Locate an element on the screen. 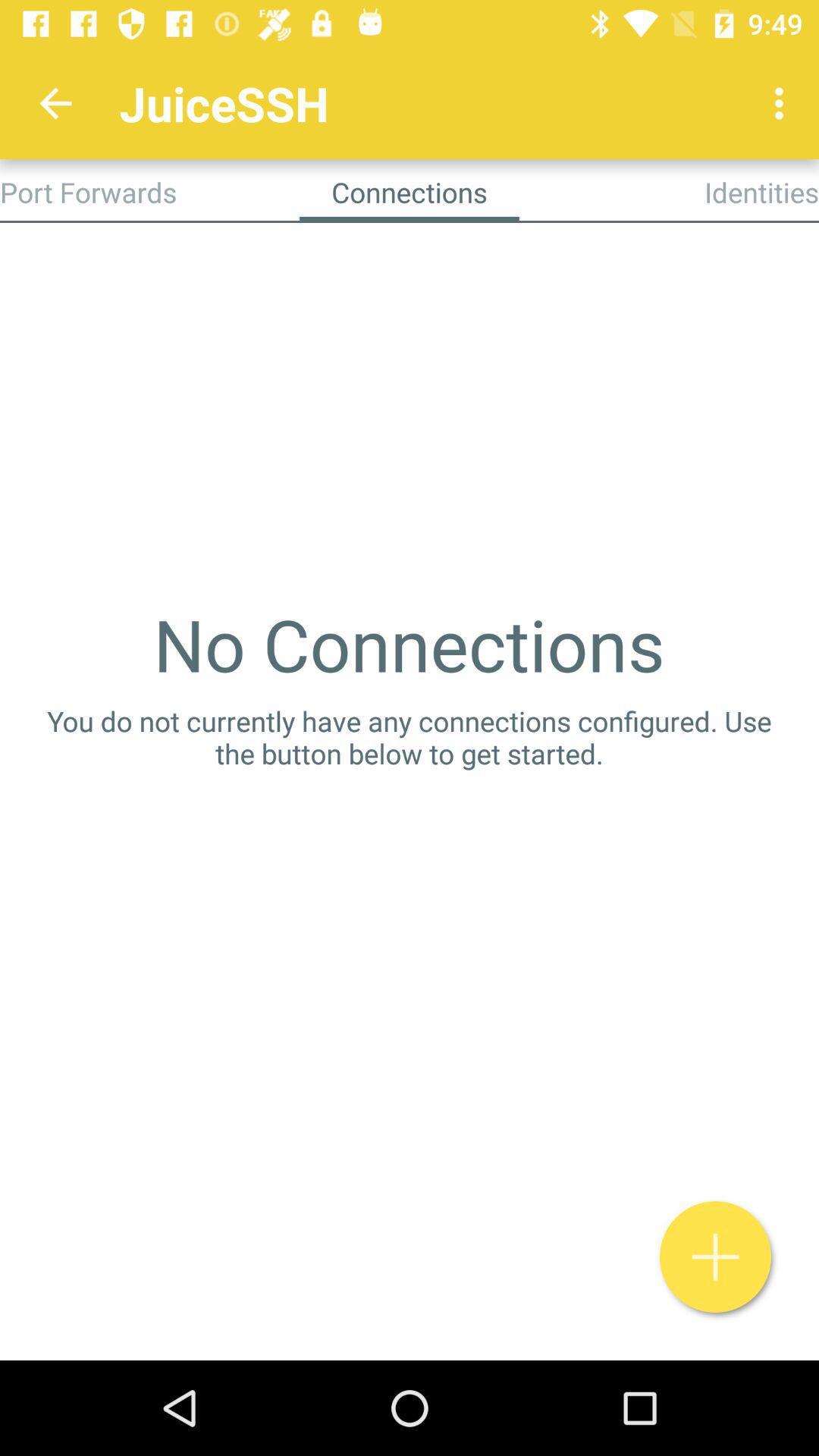  connections is located at coordinates (715, 1257).